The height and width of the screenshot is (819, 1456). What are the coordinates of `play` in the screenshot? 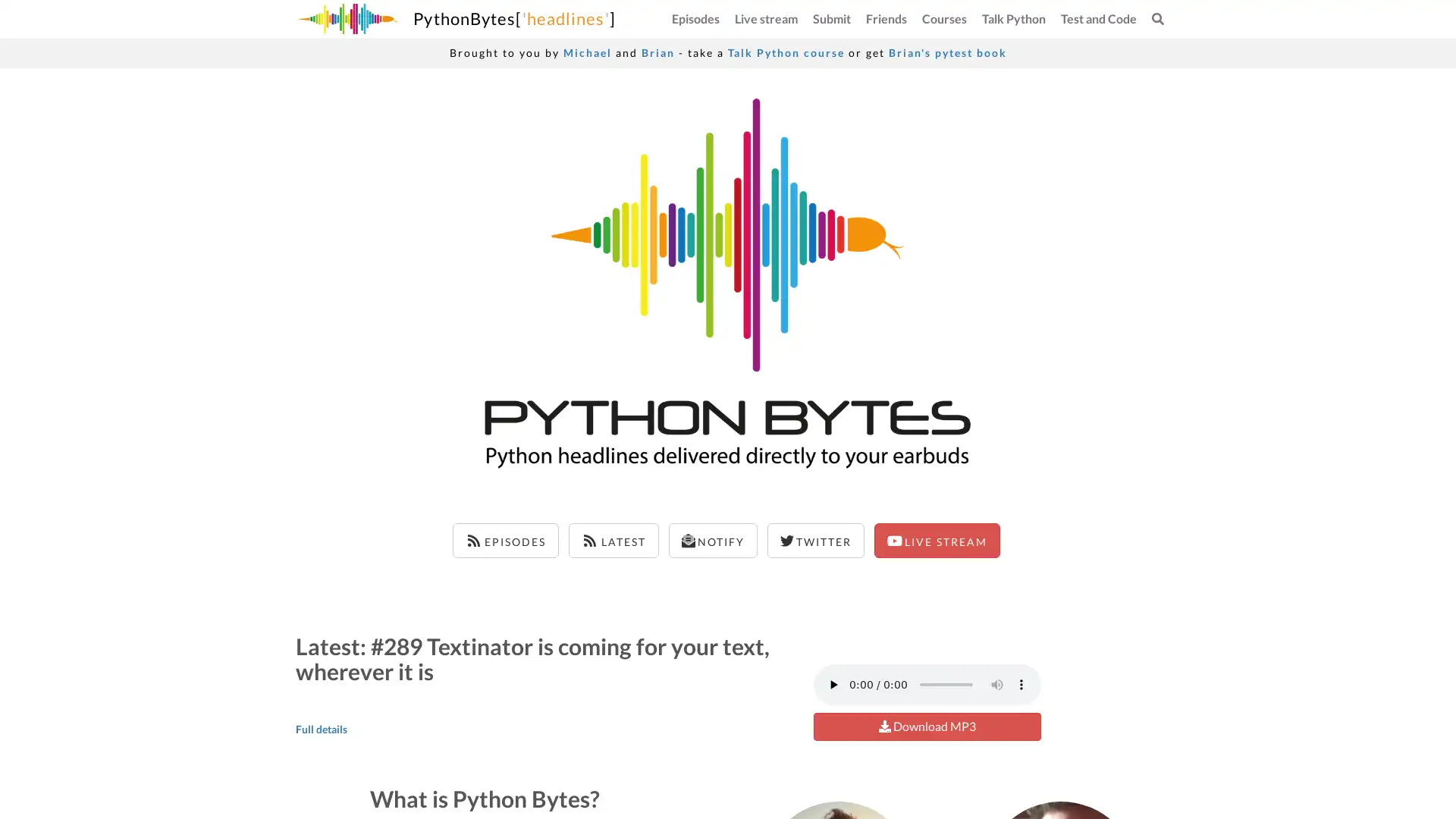 It's located at (832, 684).